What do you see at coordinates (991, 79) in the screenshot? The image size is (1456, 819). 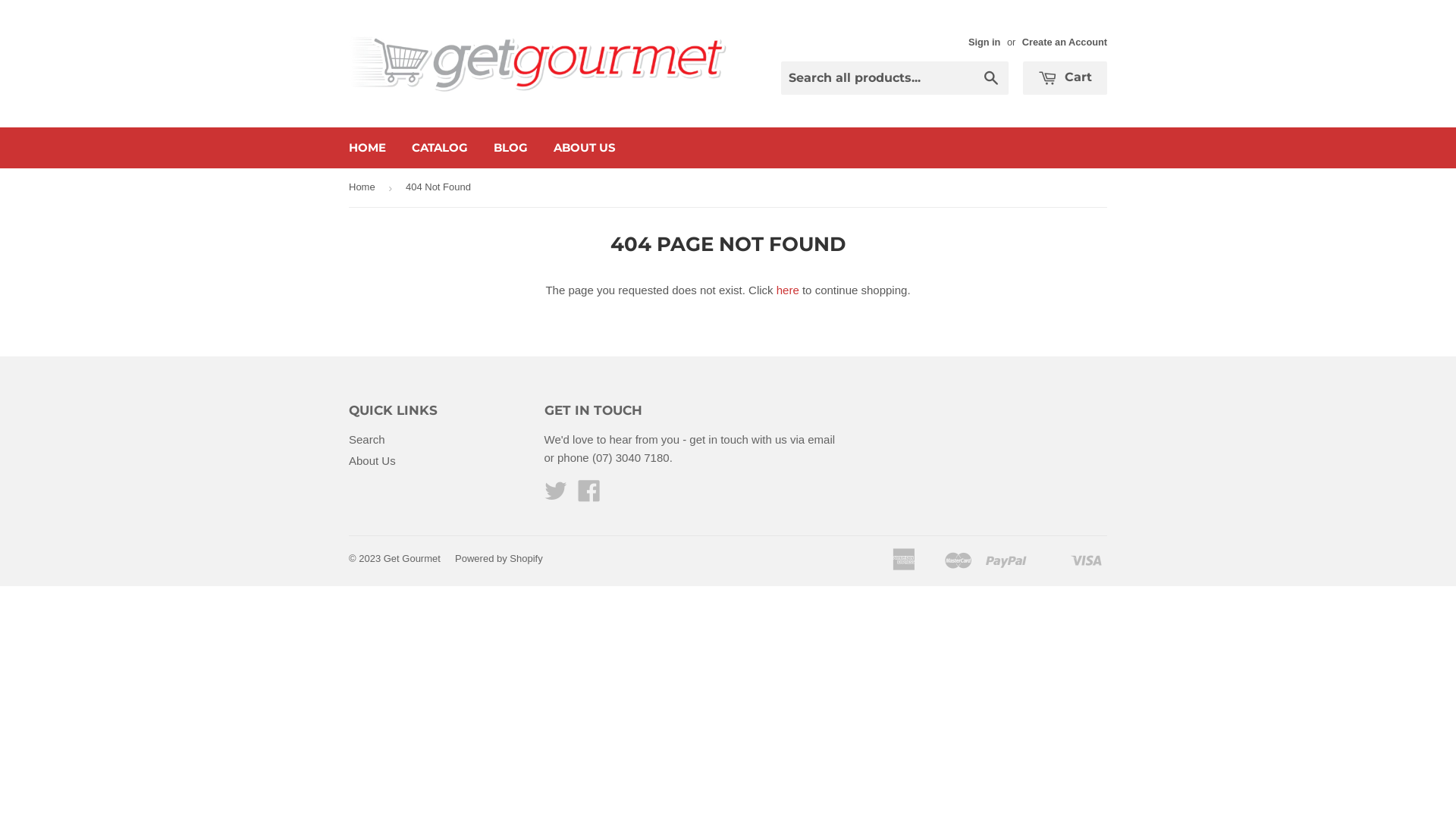 I see `'Search'` at bounding box center [991, 79].